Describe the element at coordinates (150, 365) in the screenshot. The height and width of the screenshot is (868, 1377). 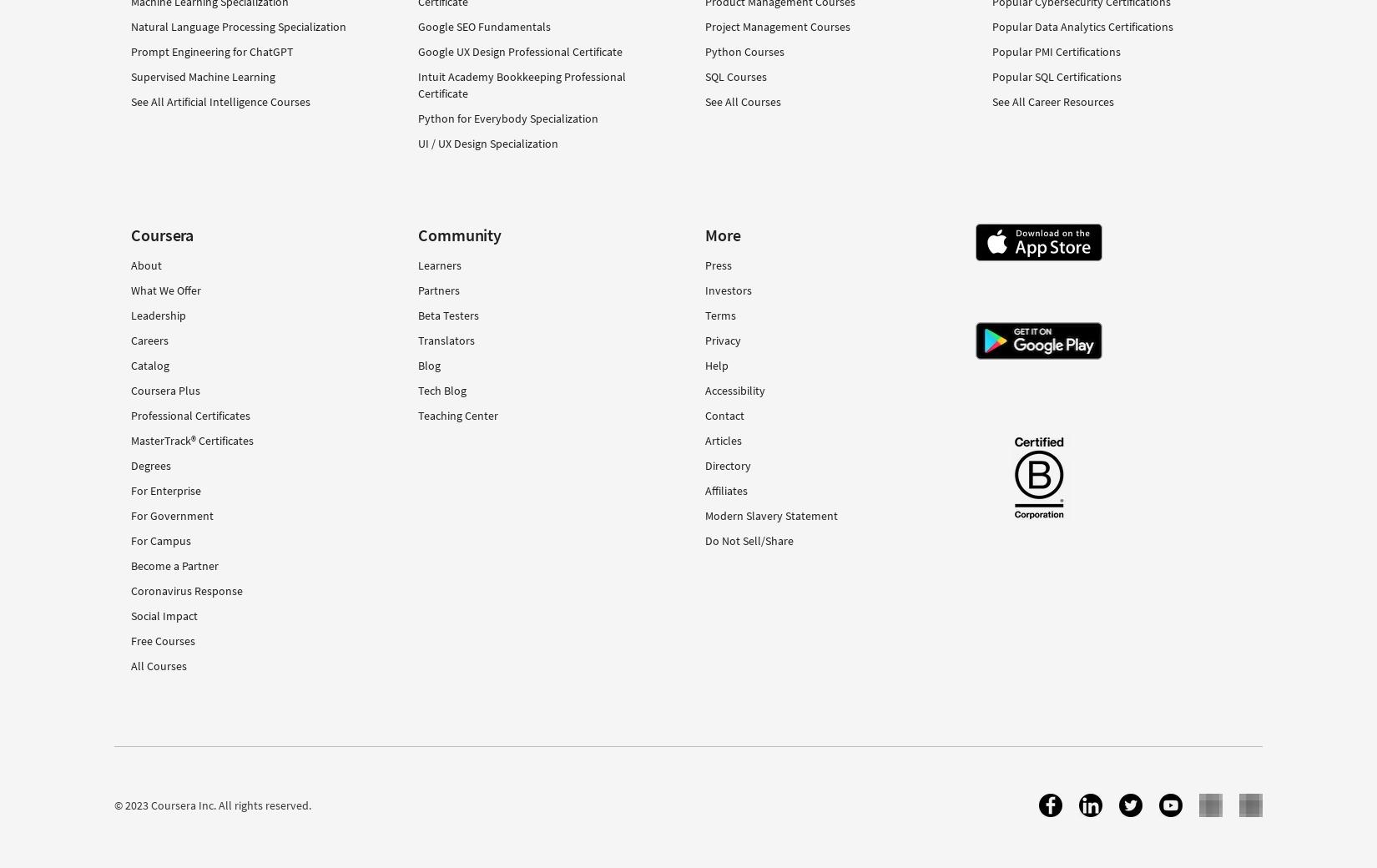
I see `'Catalog'` at that location.